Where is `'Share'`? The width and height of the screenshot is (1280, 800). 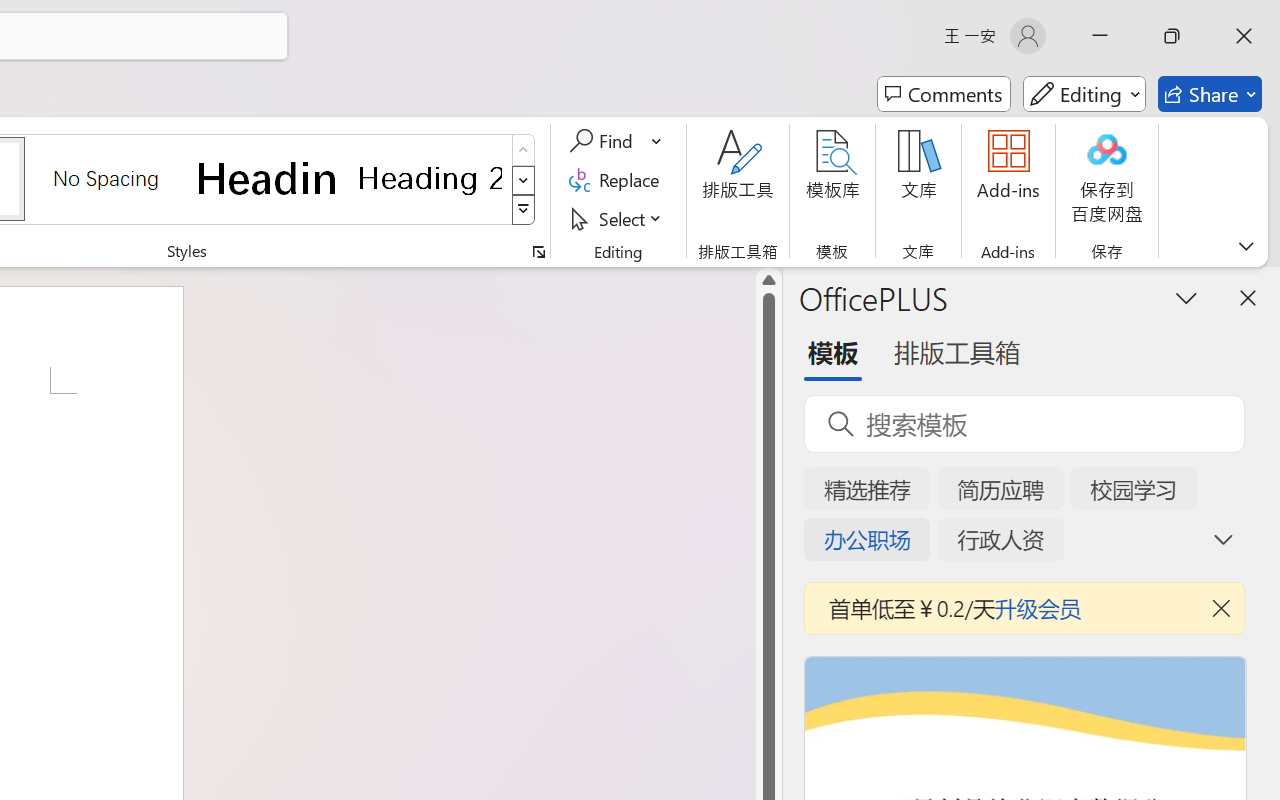 'Share' is located at coordinates (1209, 94).